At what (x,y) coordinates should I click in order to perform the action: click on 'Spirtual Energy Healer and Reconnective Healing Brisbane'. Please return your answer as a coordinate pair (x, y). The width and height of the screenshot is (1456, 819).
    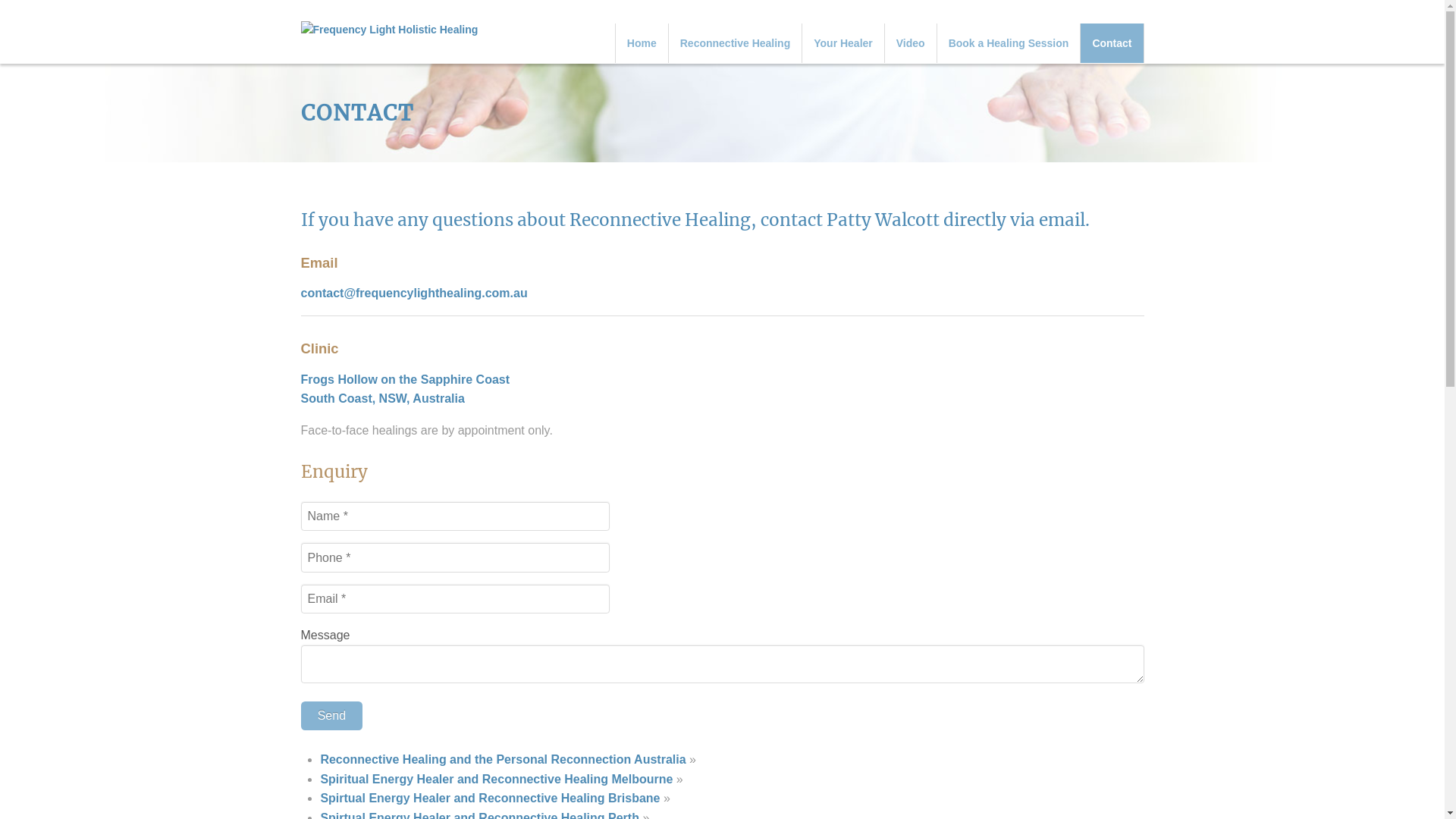
    Looking at the image, I should click on (490, 797).